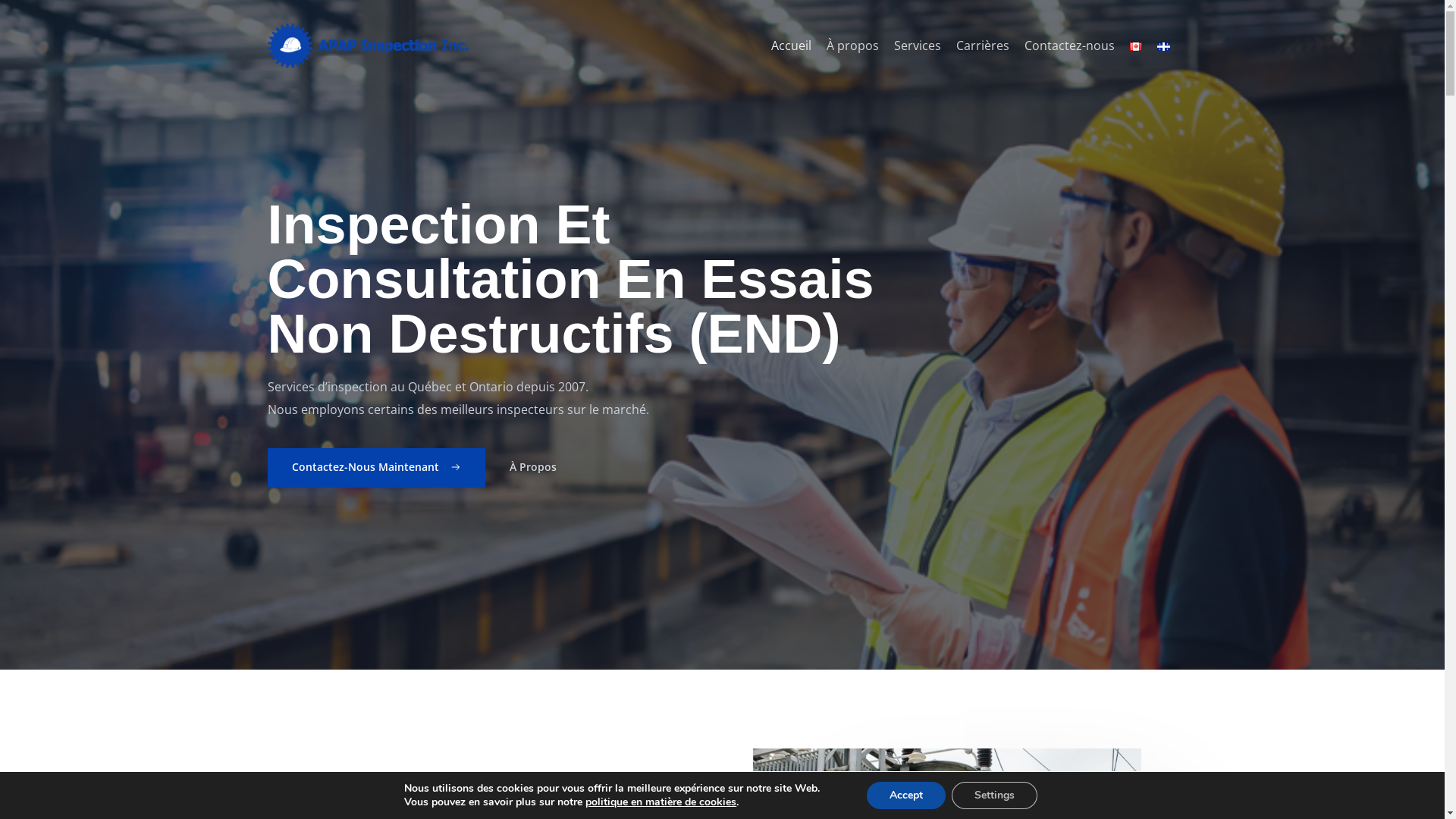 The image size is (1456, 819). I want to click on 'Services', so click(885, 45).